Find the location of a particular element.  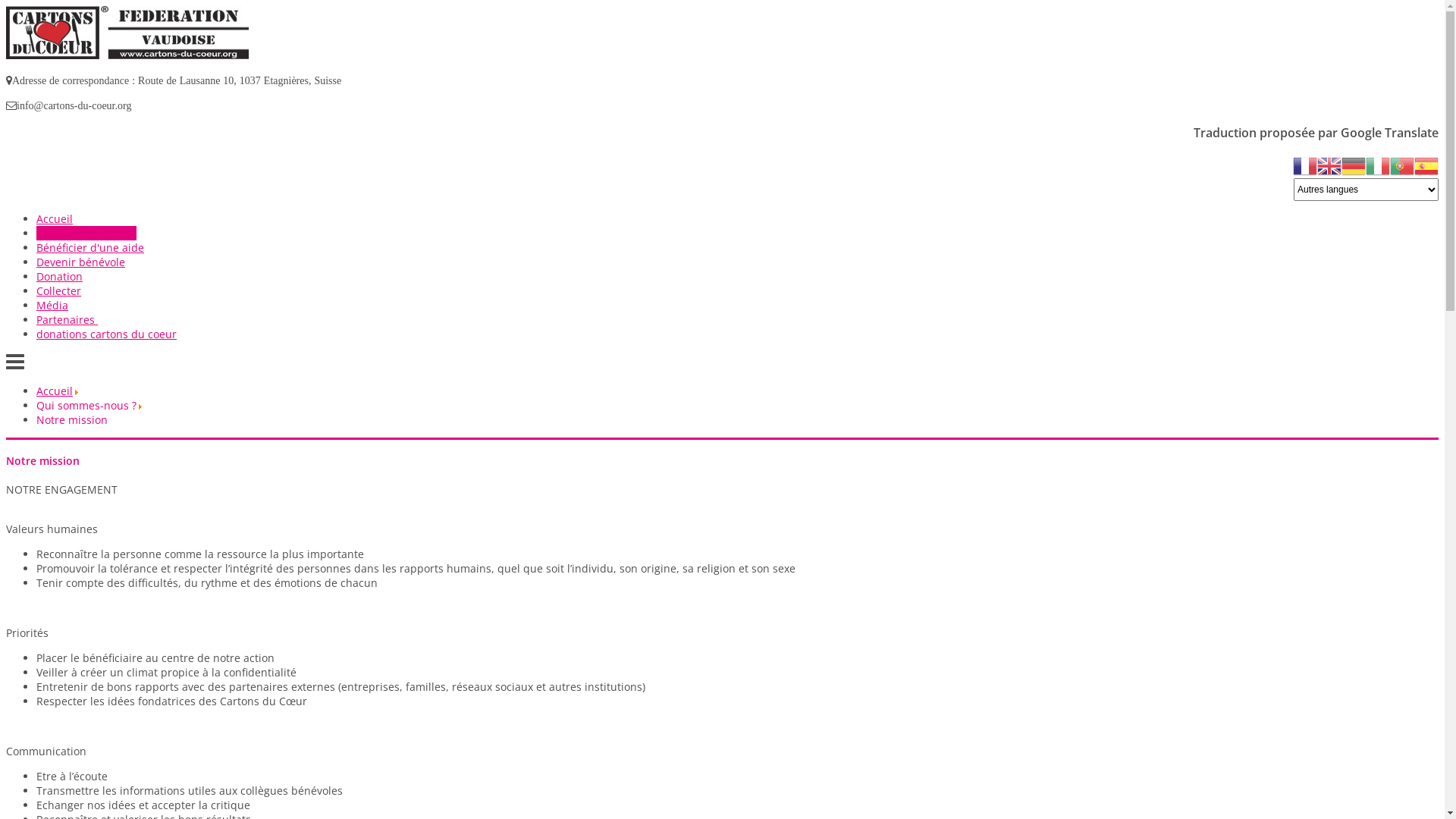

'Accueil' is located at coordinates (55, 390).